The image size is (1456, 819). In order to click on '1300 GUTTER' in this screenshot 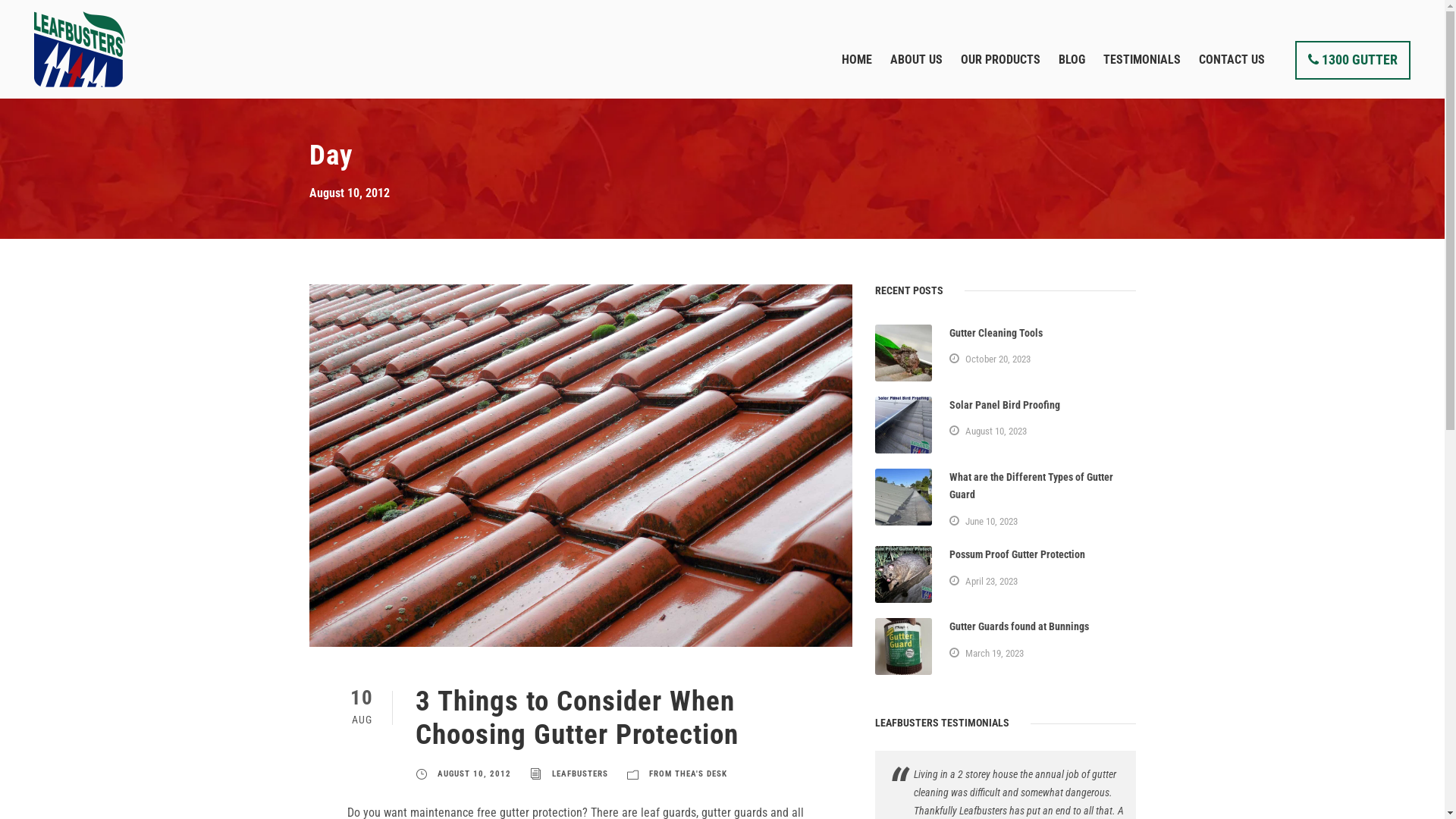, I will do `click(1294, 59)`.